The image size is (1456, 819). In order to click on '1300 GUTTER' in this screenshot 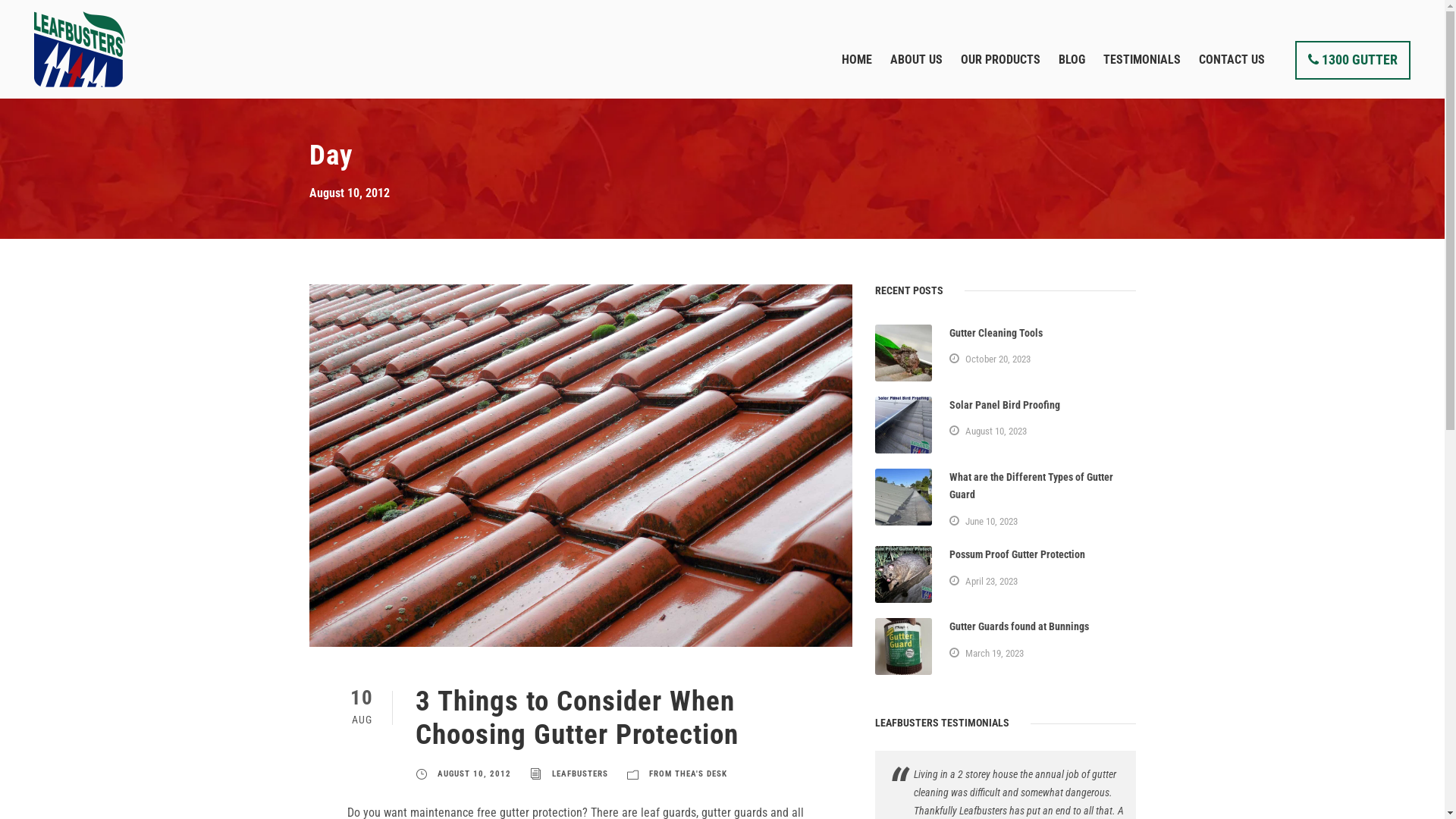, I will do `click(1294, 59)`.